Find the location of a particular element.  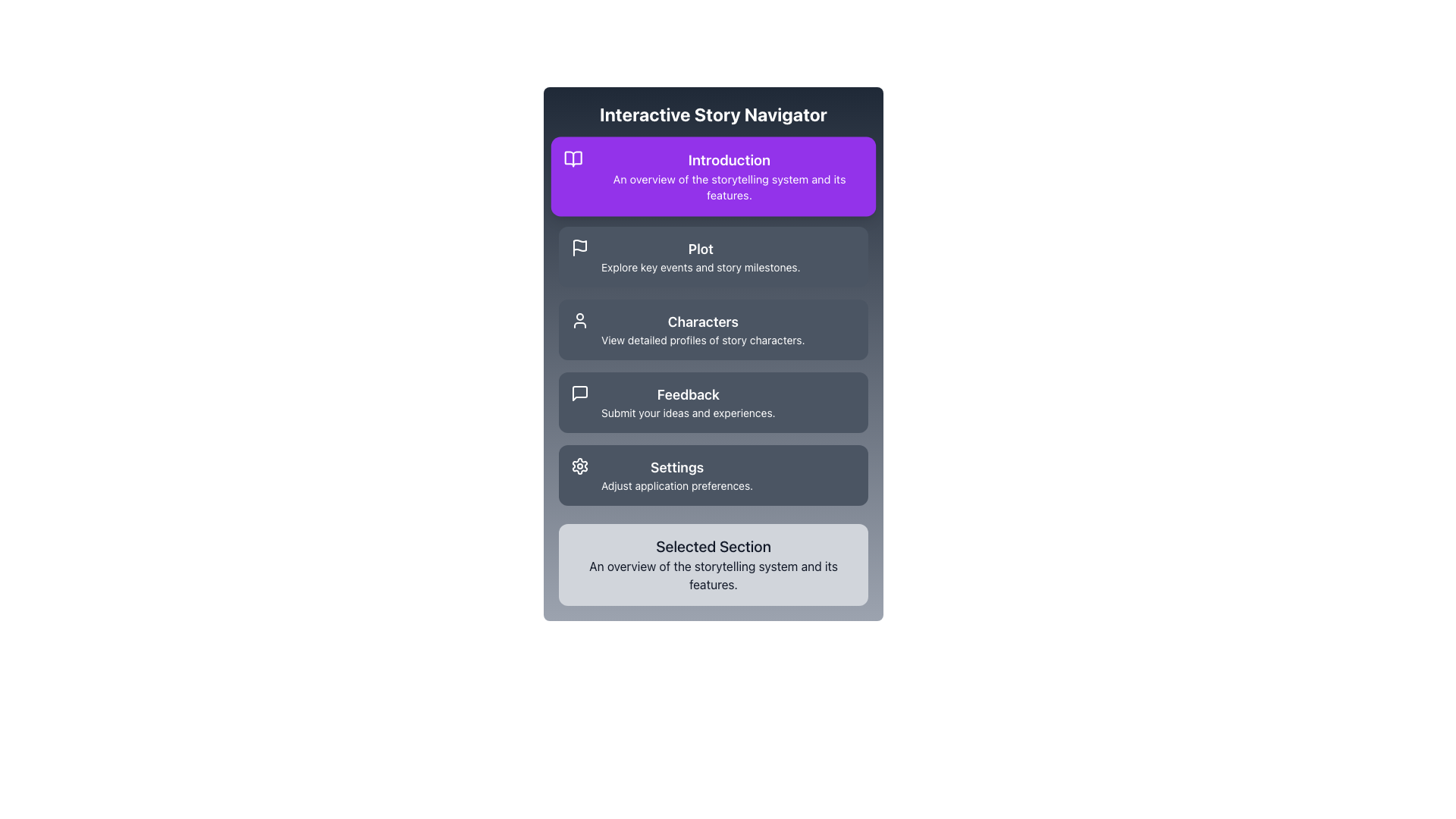

the user icon graphic, which is a minimalist line style icon located at the top-left corner of the 'Characters' menu option in the vertical navigation menu is located at coordinates (585, 329).